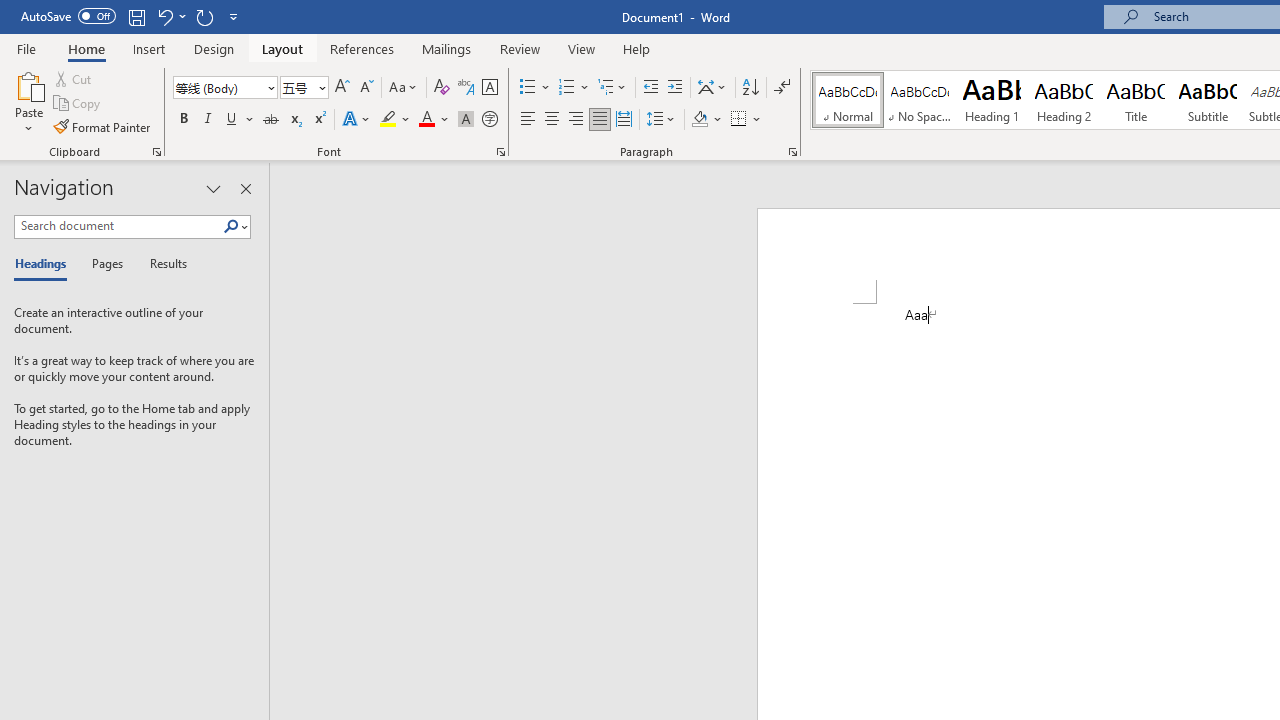 The width and height of the screenshot is (1280, 720). I want to click on 'Subtitle', so click(1207, 100).